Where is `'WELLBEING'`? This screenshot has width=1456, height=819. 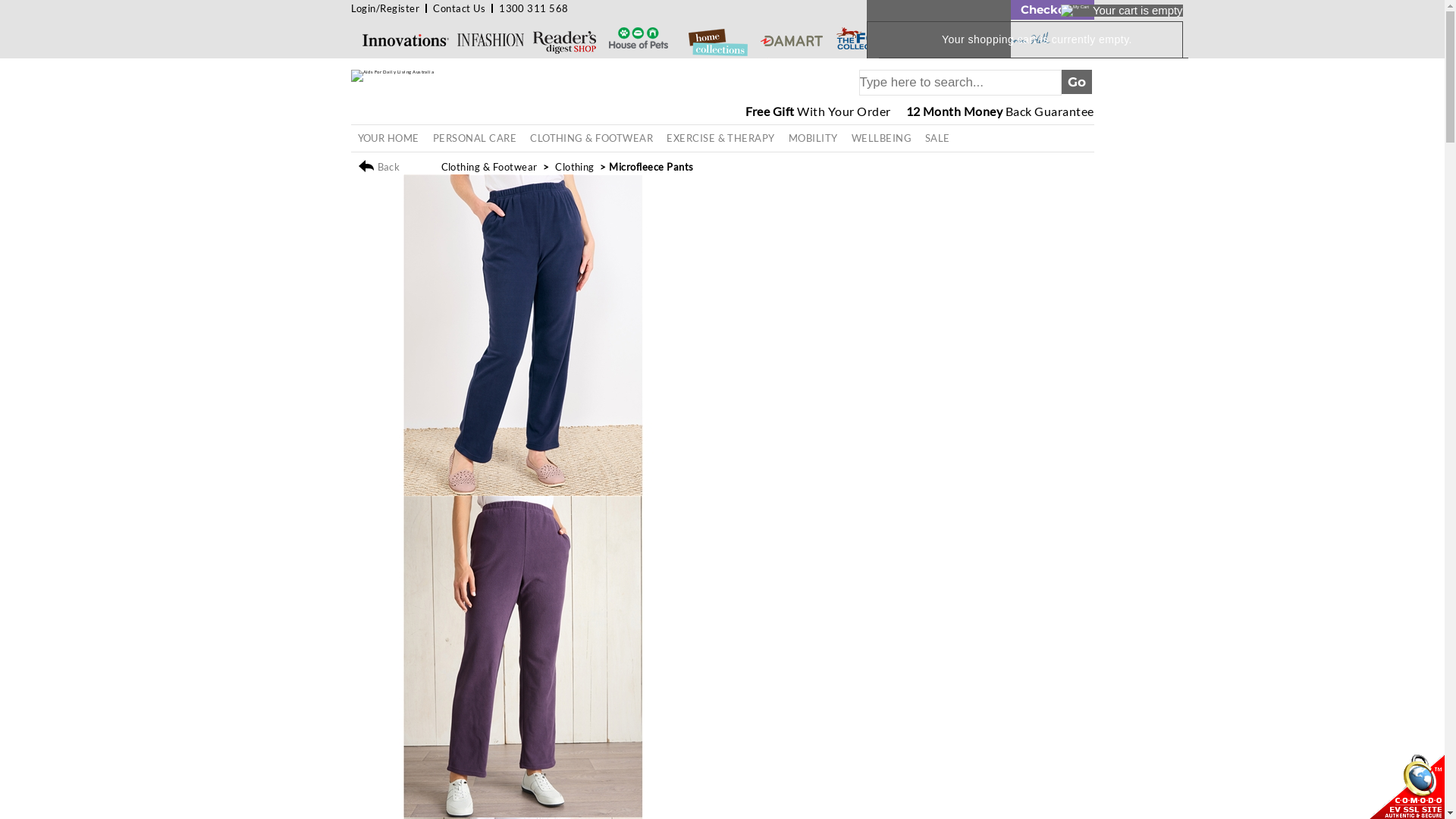 'WELLBEING' is located at coordinates (881, 138).